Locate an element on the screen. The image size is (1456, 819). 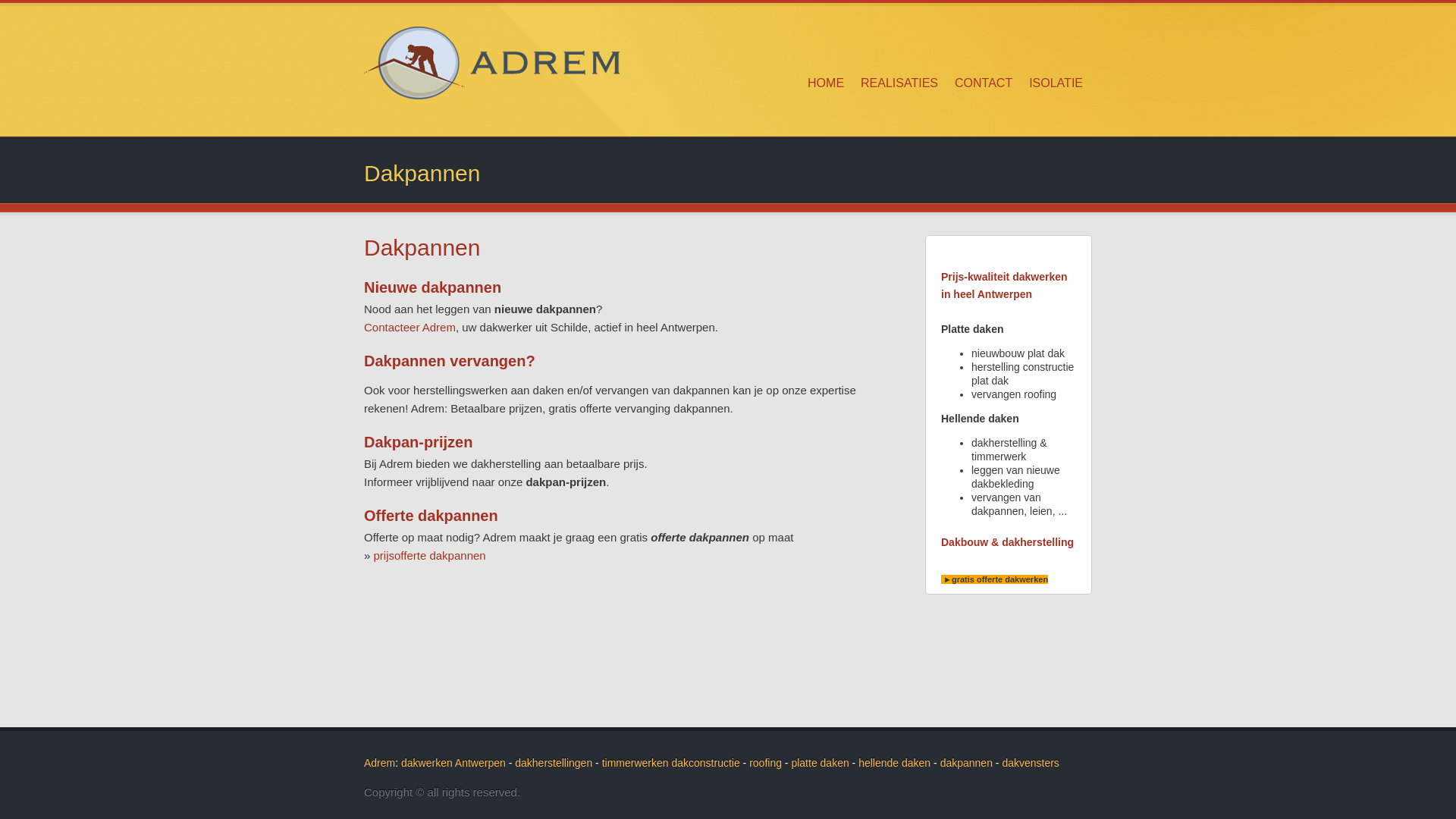
'Antwerpen' is located at coordinates (479, 763).